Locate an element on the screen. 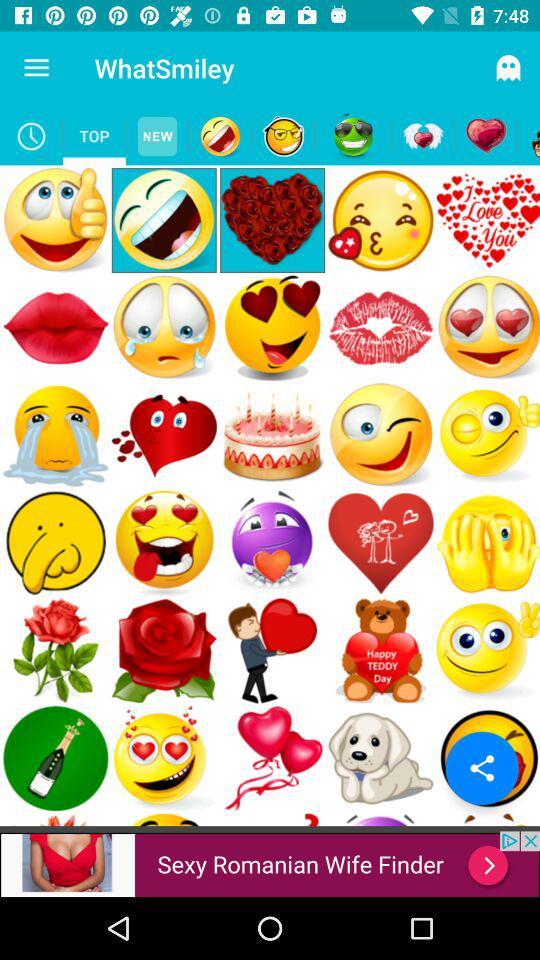 Image resolution: width=540 pixels, height=960 pixels. smiley button is located at coordinates (352, 135).